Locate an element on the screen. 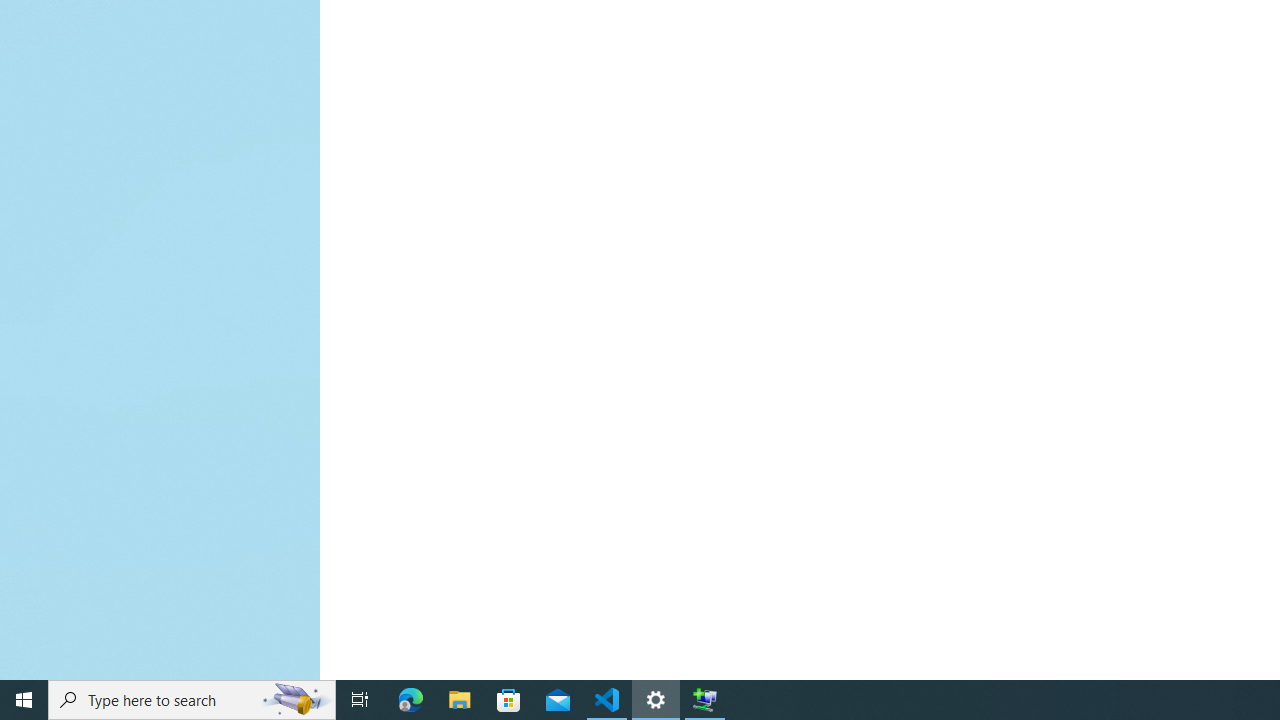  'Visual Studio Code - 1 running window' is located at coordinates (606, 698).